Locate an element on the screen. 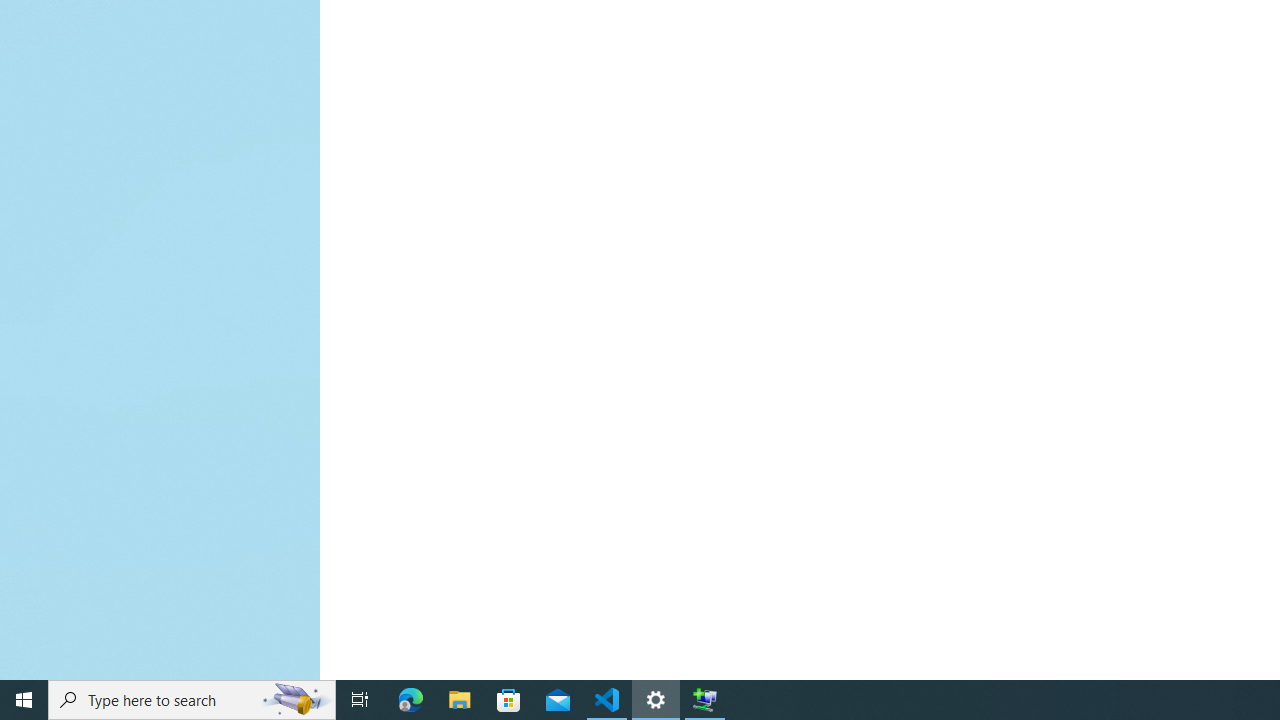  'Visual Studio Code - 1 running window' is located at coordinates (606, 698).